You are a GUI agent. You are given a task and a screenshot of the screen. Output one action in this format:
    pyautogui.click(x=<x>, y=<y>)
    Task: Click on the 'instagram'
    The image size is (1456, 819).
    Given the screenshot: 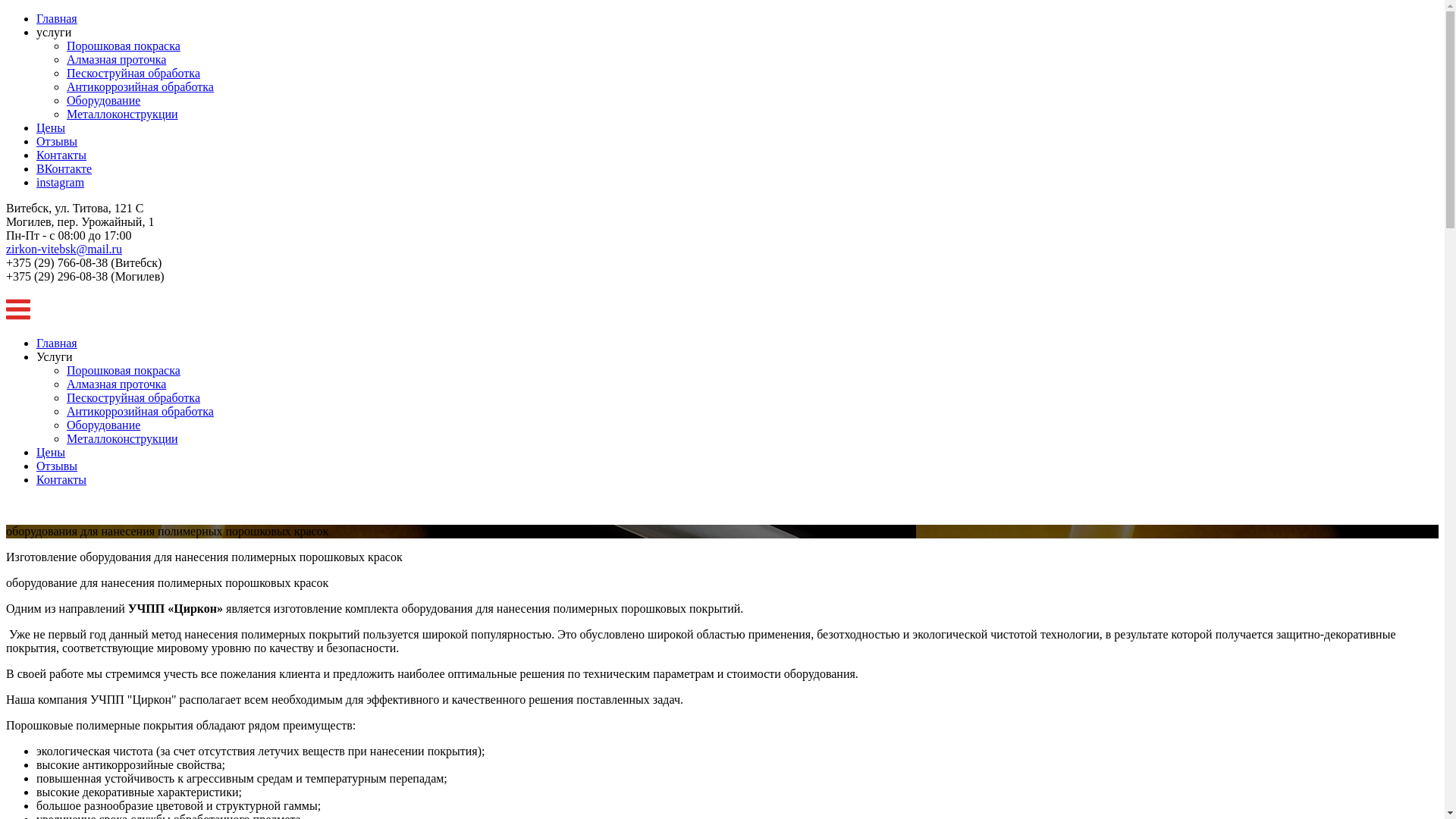 What is the action you would take?
    pyautogui.click(x=36, y=181)
    